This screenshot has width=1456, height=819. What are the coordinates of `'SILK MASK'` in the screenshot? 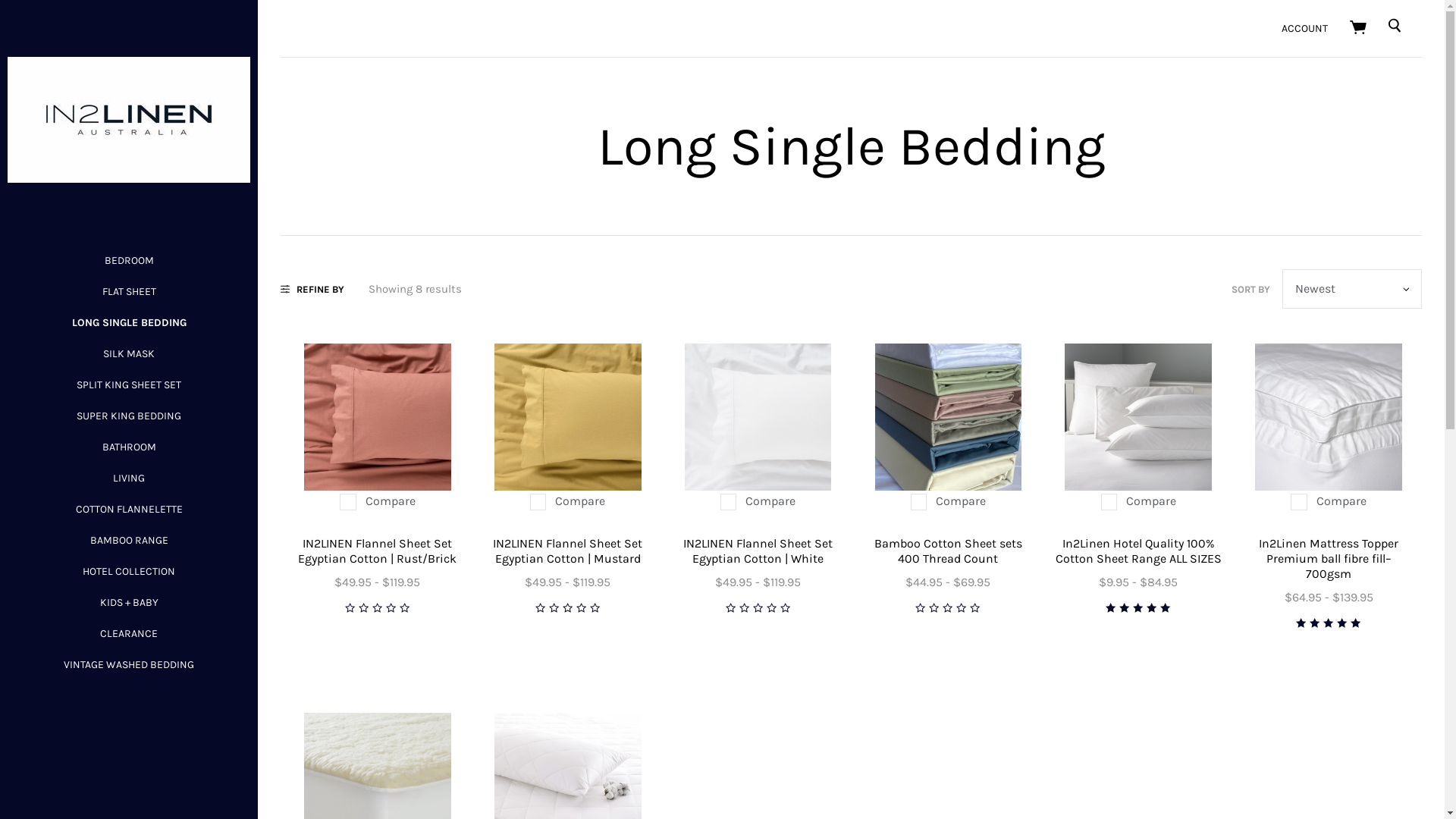 It's located at (128, 353).